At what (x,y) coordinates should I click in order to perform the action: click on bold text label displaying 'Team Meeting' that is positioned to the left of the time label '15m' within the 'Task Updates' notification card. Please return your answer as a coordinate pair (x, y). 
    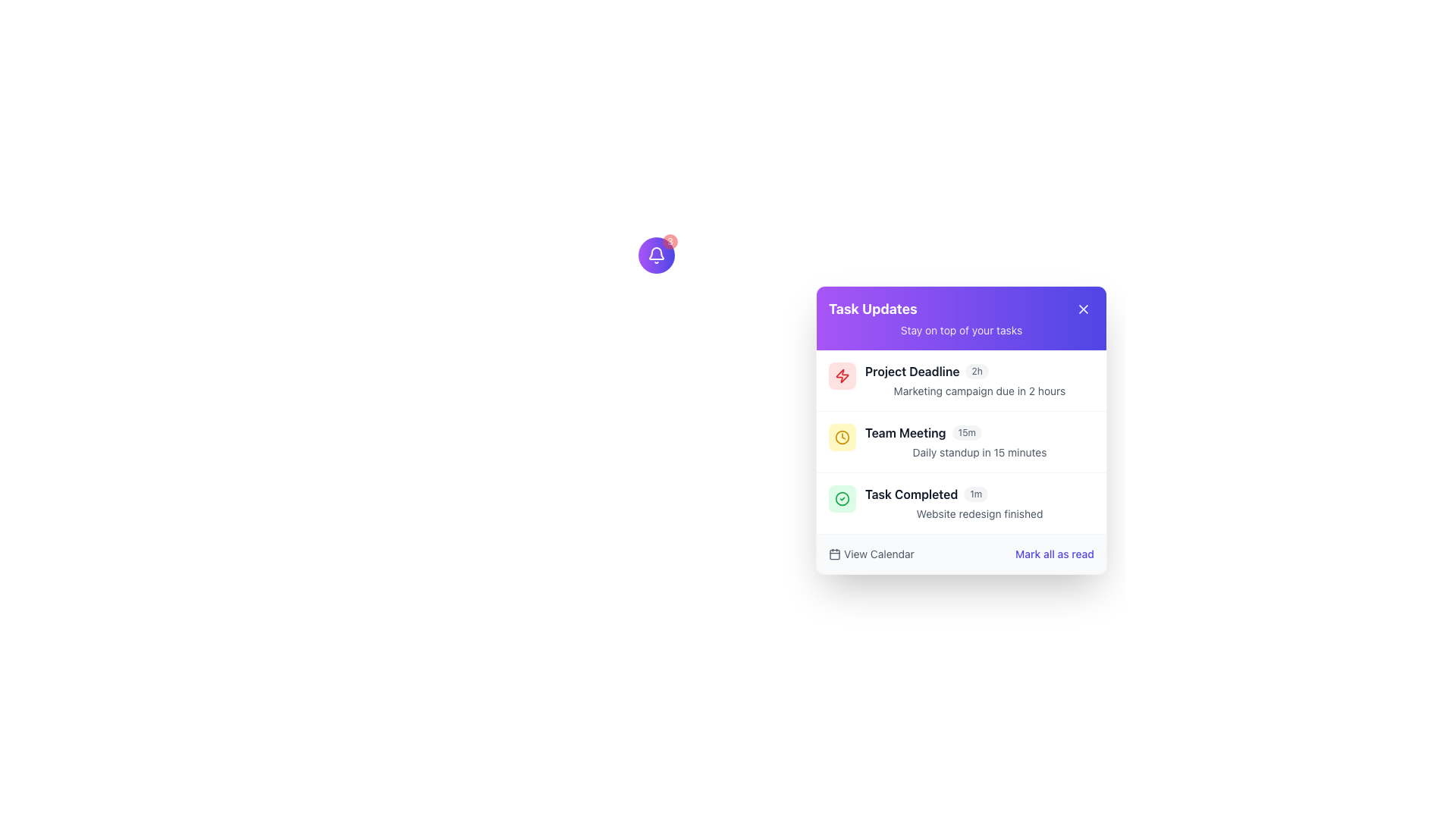
    Looking at the image, I should click on (905, 432).